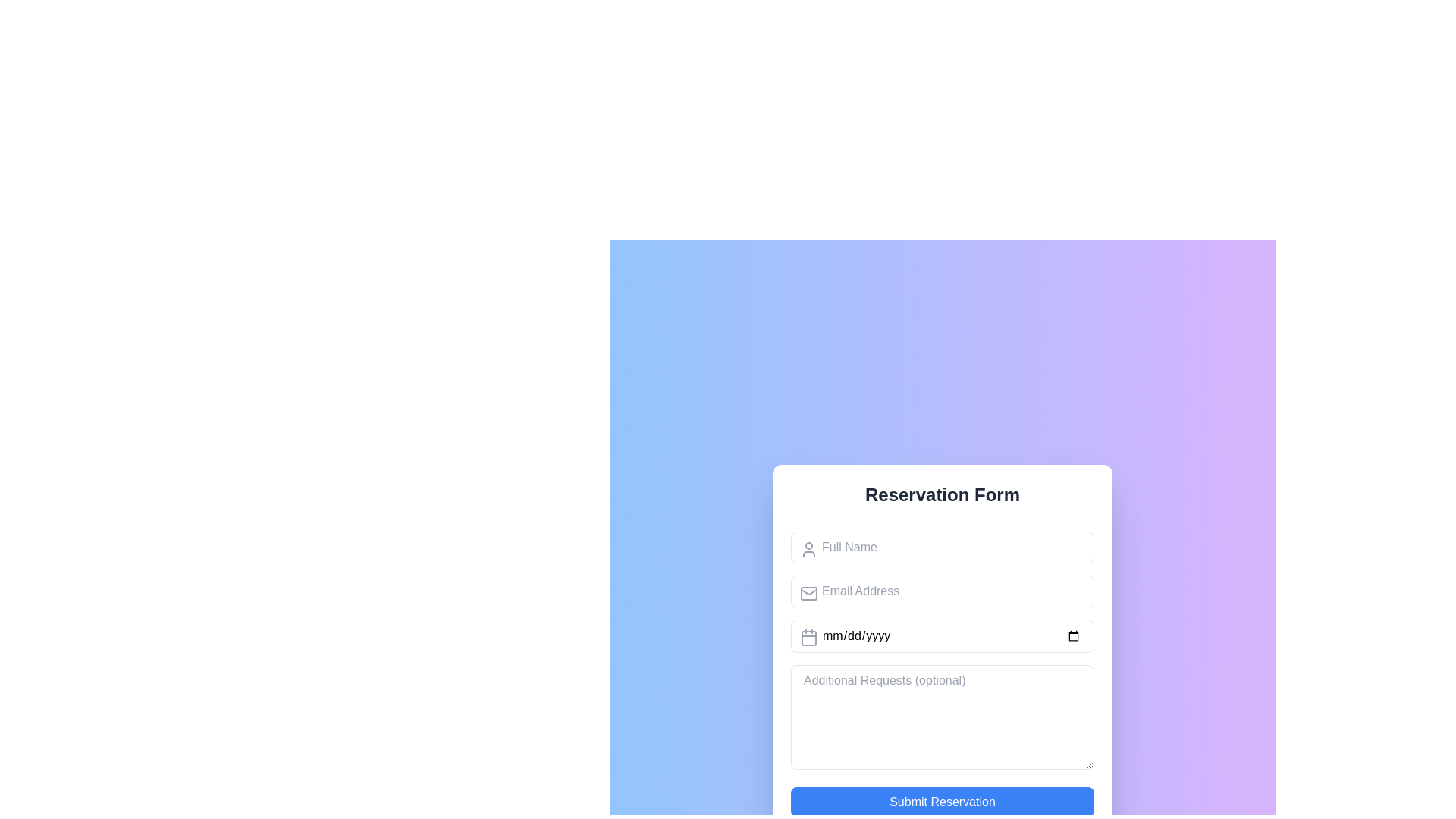 The width and height of the screenshot is (1456, 819). Describe the element at coordinates (942, 590) in the screenshot. I see `the text input field labeled 'Email Address' using tab navigation to focus on it` at that location.